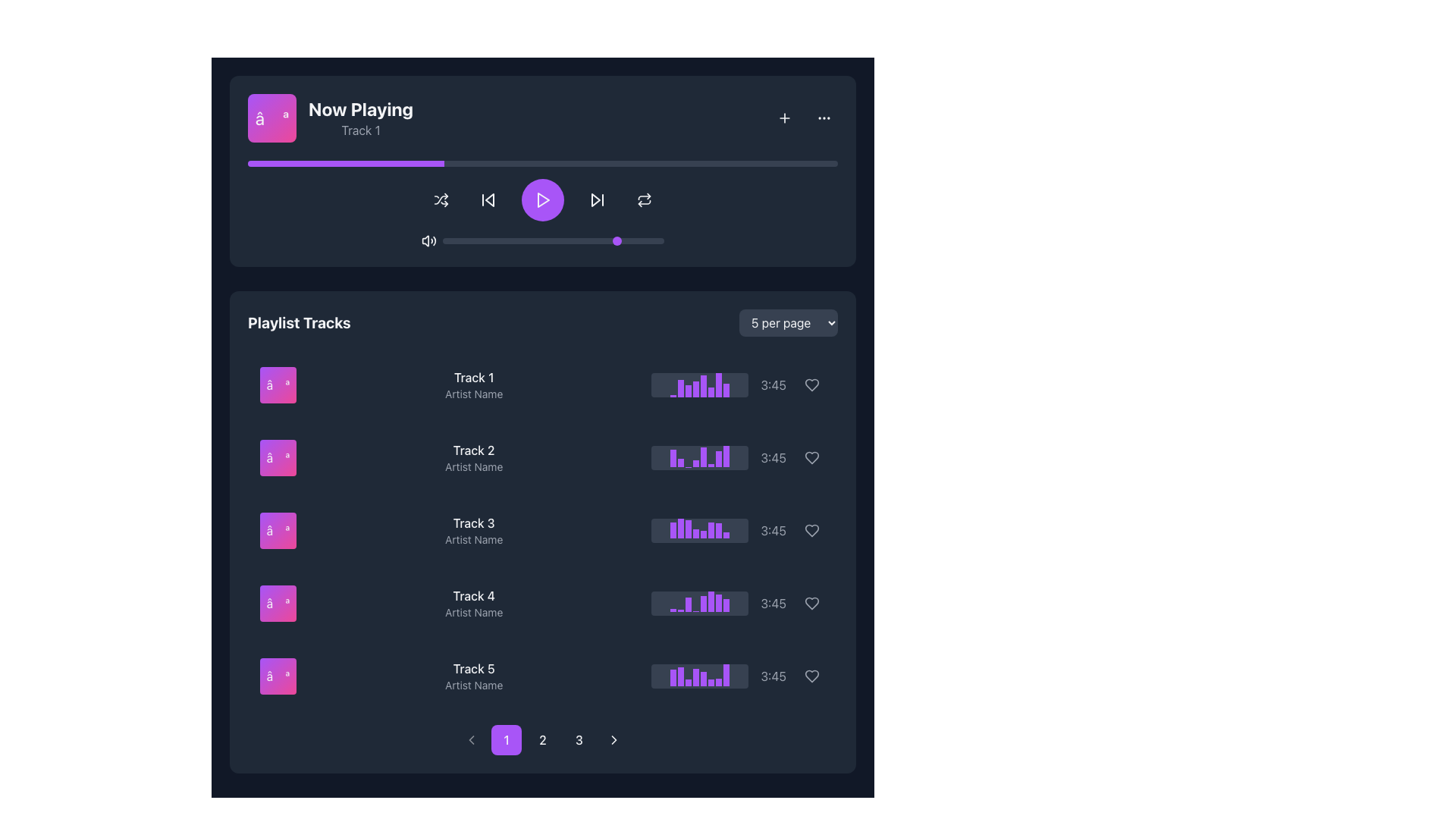 The image size is (1456, 819). What do you see at coordinates (614, 739) in the screenshot?
I see `the rightmost chevron icon in the pagination control area` at bounding box center [614, 739].